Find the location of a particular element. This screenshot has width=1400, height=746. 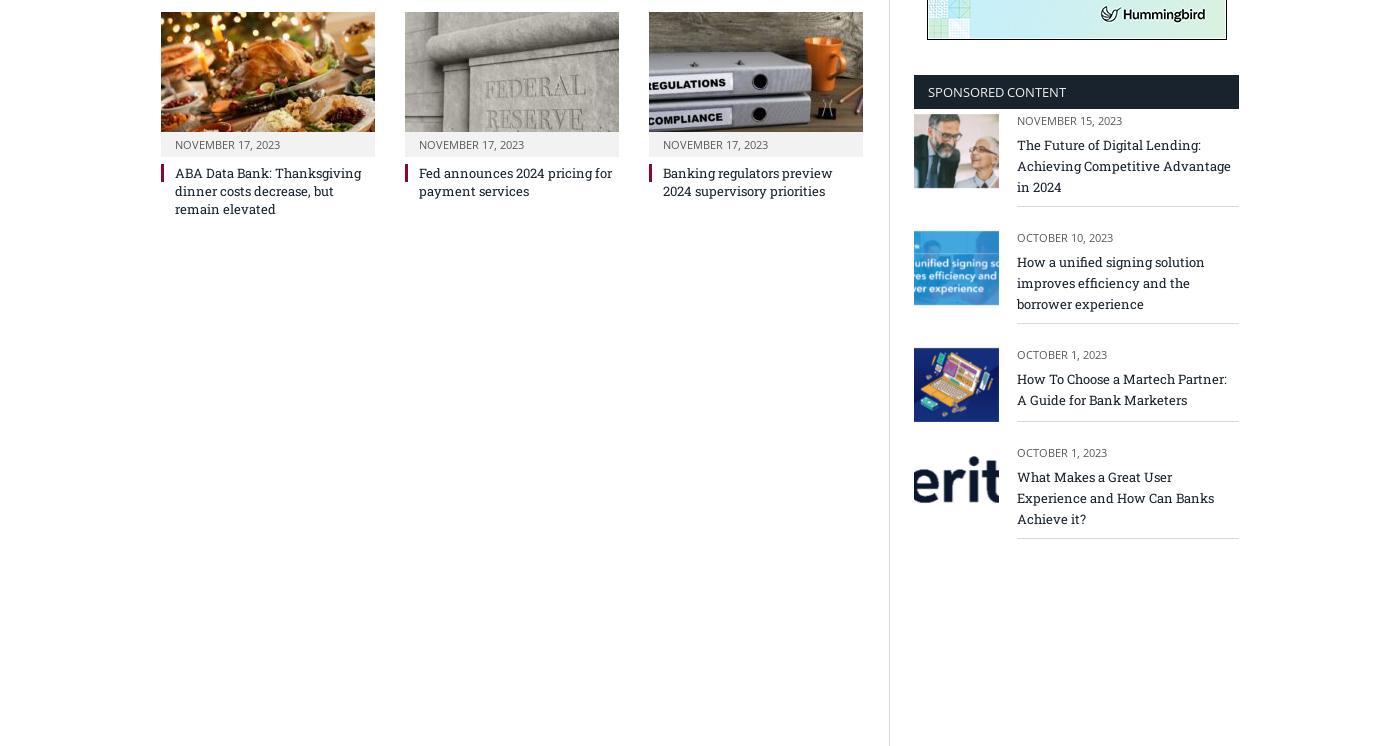

'The Future of Digital Lending: Achieving Competitive Advantage in 2024' is located at coordinates (1124, 165).